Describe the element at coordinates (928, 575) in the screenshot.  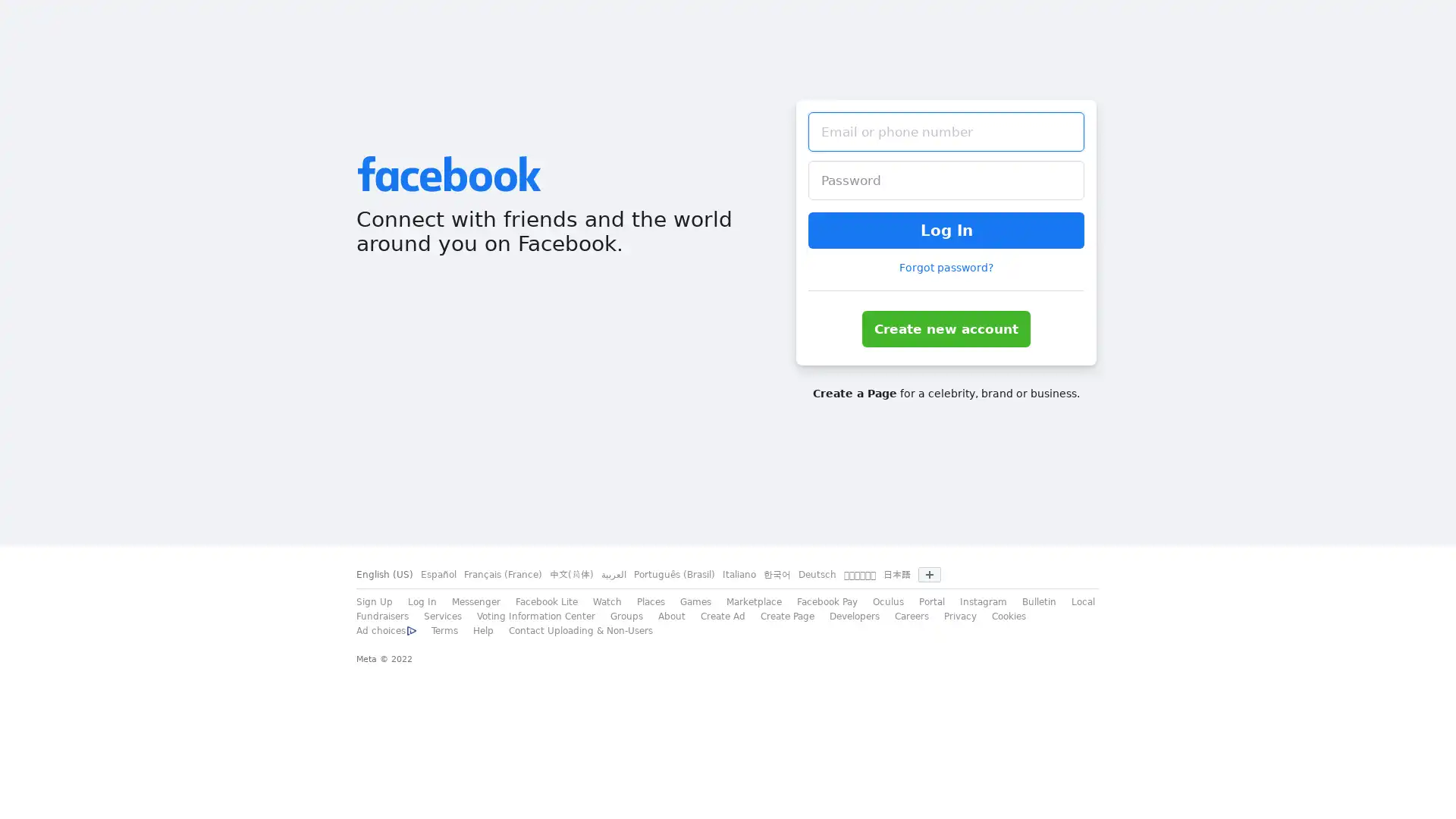
I see `Show more languages` at that location.